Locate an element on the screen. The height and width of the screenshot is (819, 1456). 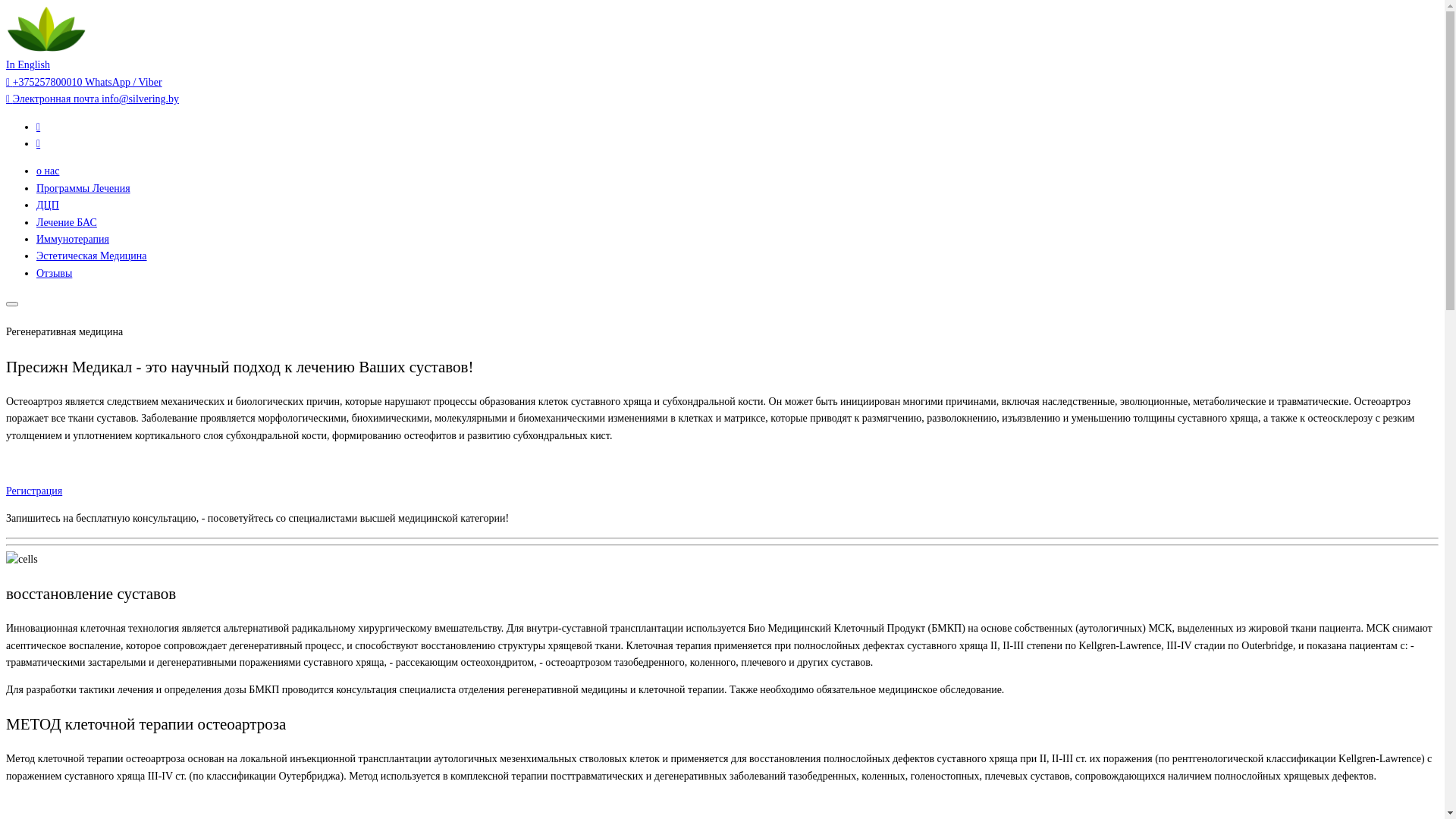
'+375257800010 WhatsApp / Viber' is located at coordinates (83, 82).